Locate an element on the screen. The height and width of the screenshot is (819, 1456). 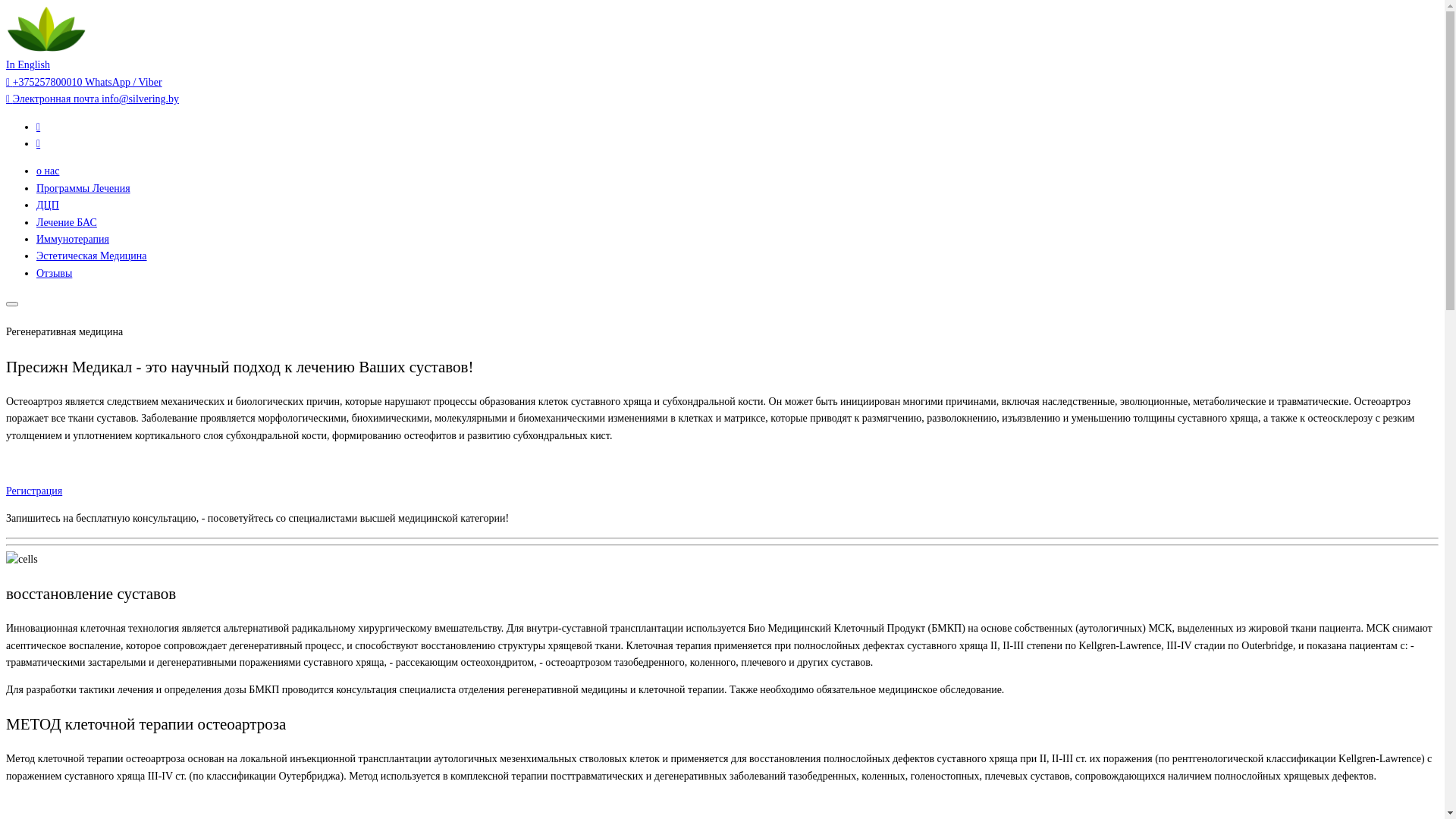
'+375257800010 WhatsApp / Viber' is located at coordinates (83, 82).